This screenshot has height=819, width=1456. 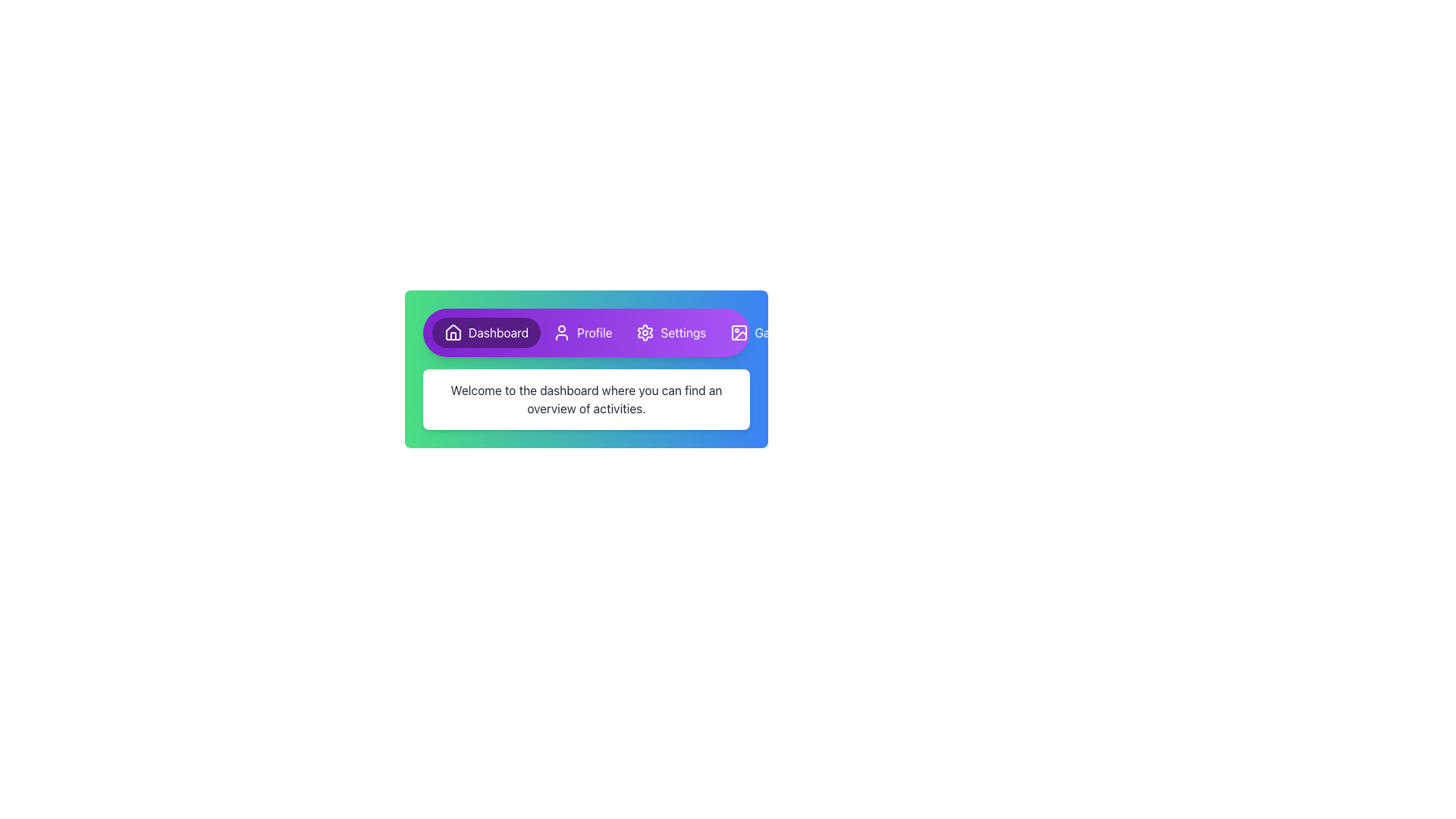 I want to click on the first navigational icon located in the top left corner of the interface, so click(x=453, y=331).